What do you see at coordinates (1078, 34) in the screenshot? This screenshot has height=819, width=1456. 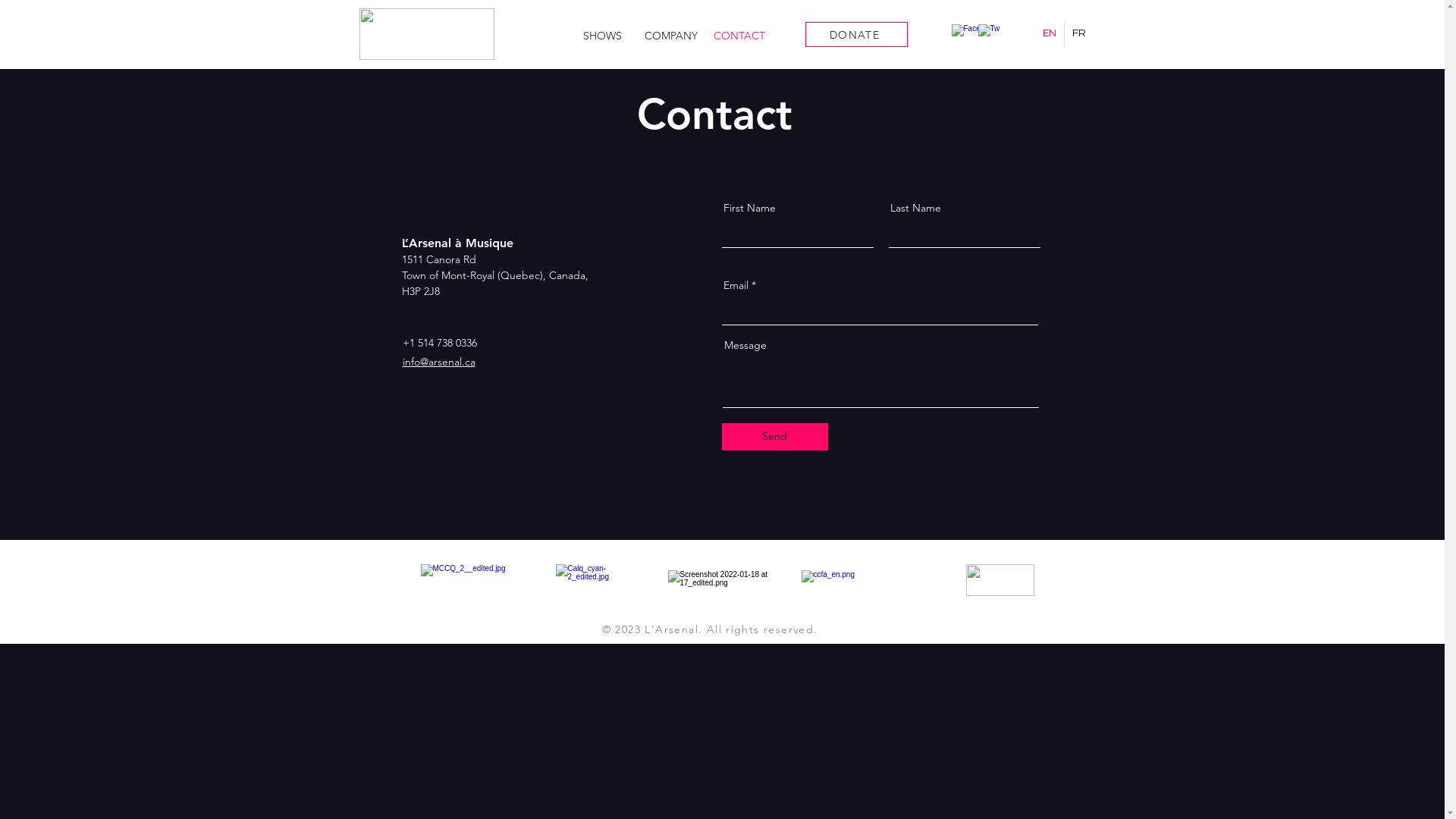 I see `'FR'` at bounding box center [1078, 34].